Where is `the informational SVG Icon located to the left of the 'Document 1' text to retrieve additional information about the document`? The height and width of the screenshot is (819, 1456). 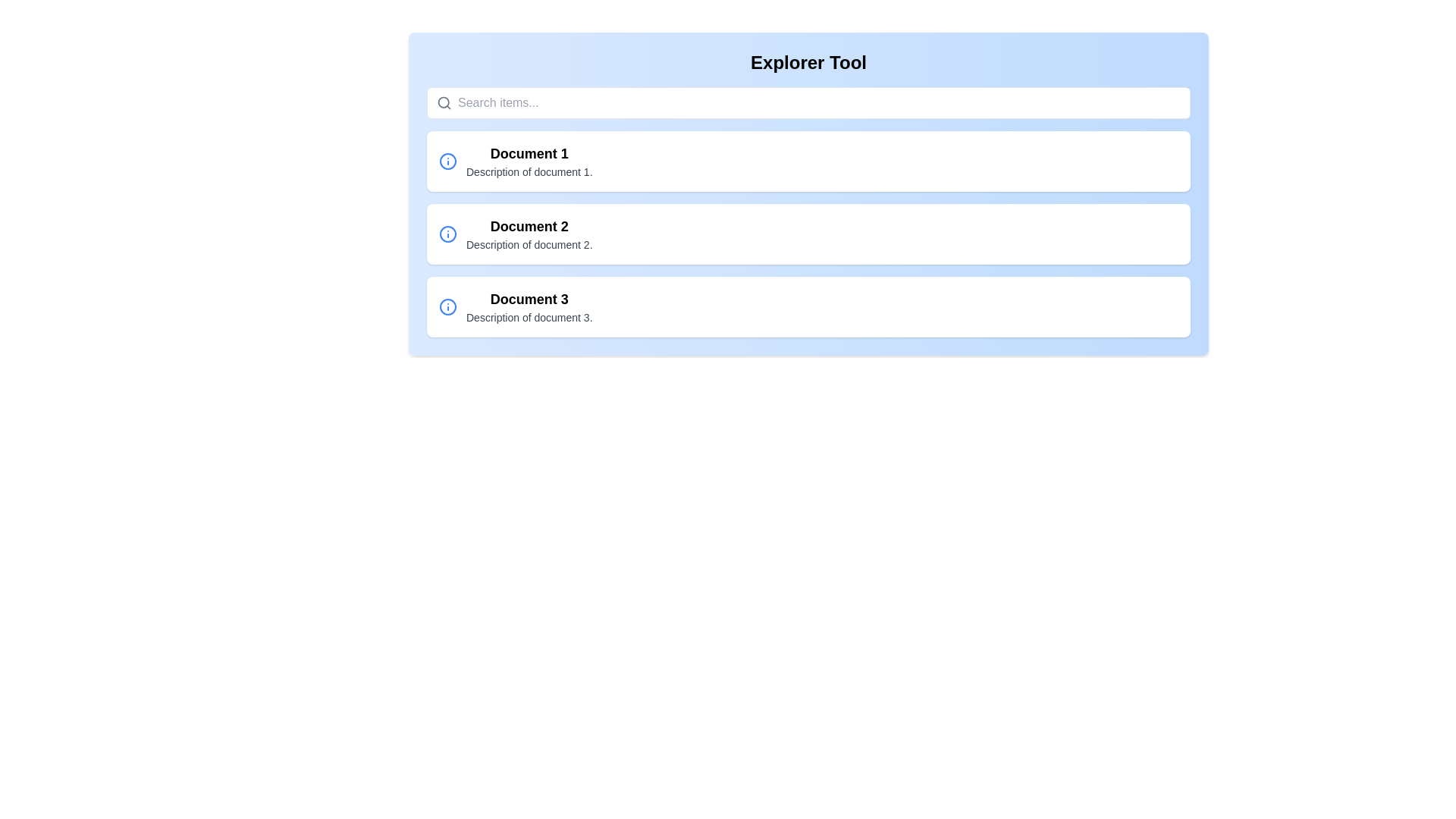 the informational SVG Icon located to the left of the 'Document 1' text to retrieve additional information about the document is located at coordinates (447, 161).